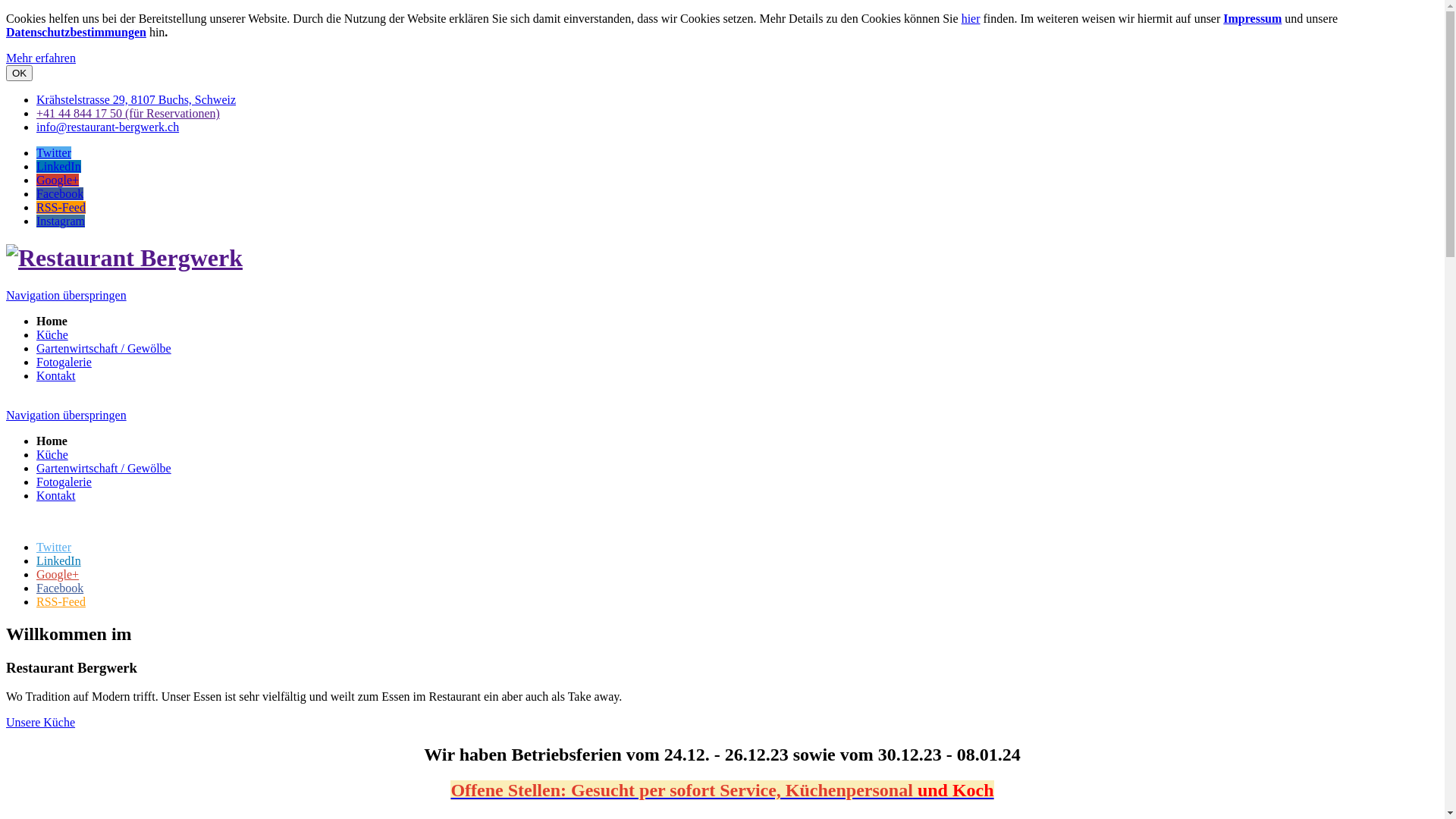  What do you see at coordinates (59, 587) in the screenshot?
I see `'Facebook'` at bounding box center [59, 587].